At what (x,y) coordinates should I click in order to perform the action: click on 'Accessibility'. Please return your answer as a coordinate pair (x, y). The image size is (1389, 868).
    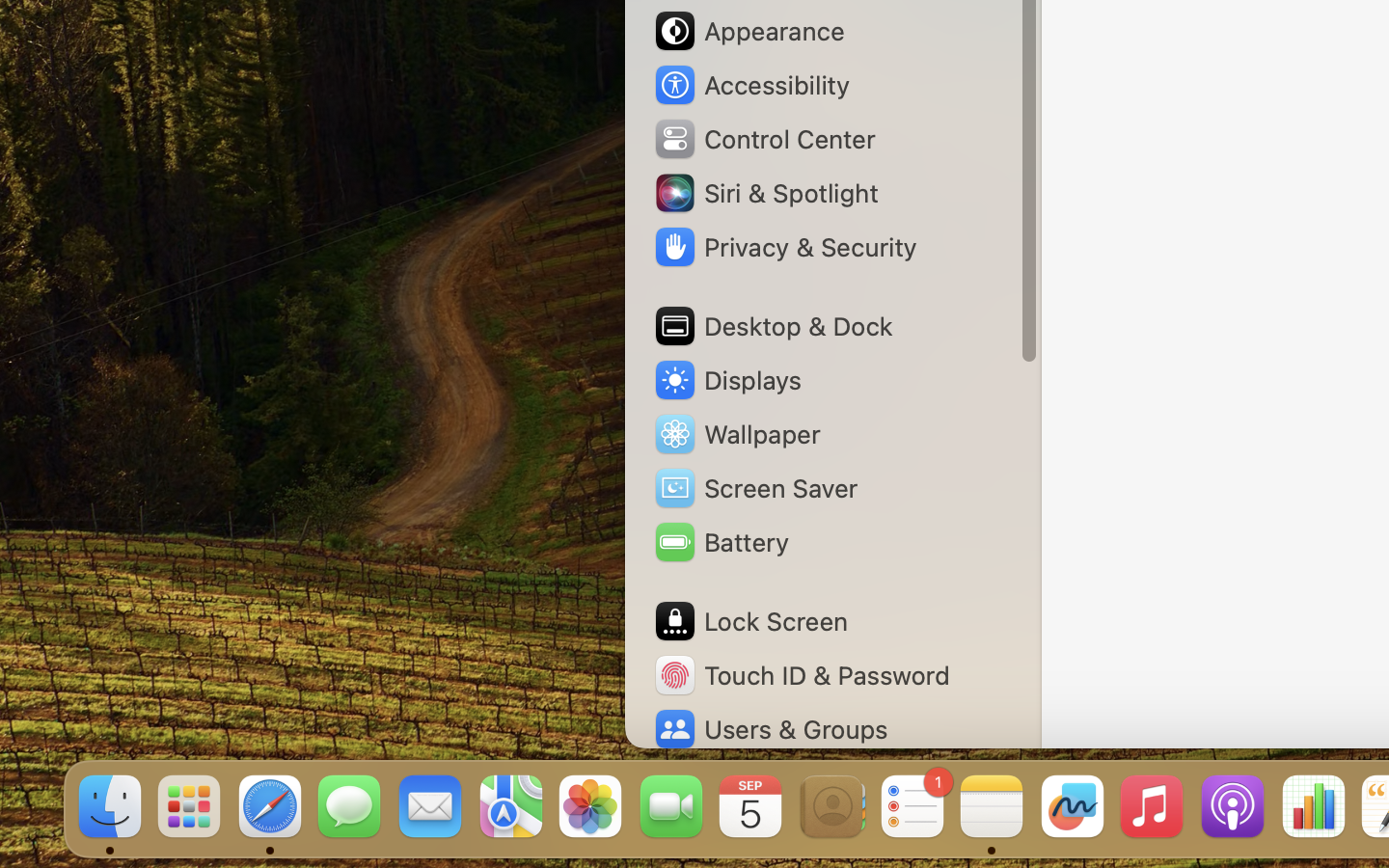
    Looking at the image, I should click on (750, 84).